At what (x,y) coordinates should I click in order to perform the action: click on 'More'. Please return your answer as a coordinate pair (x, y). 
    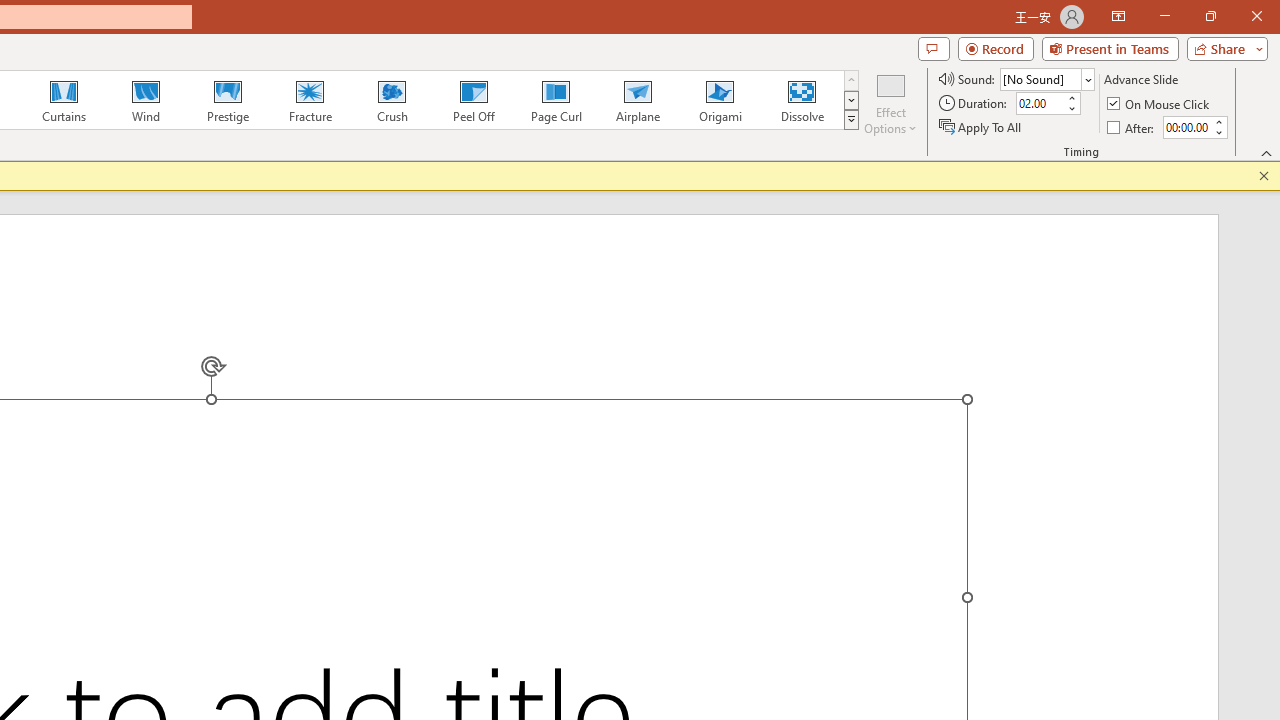
    Looking at the image, I should click on (1217, 121).